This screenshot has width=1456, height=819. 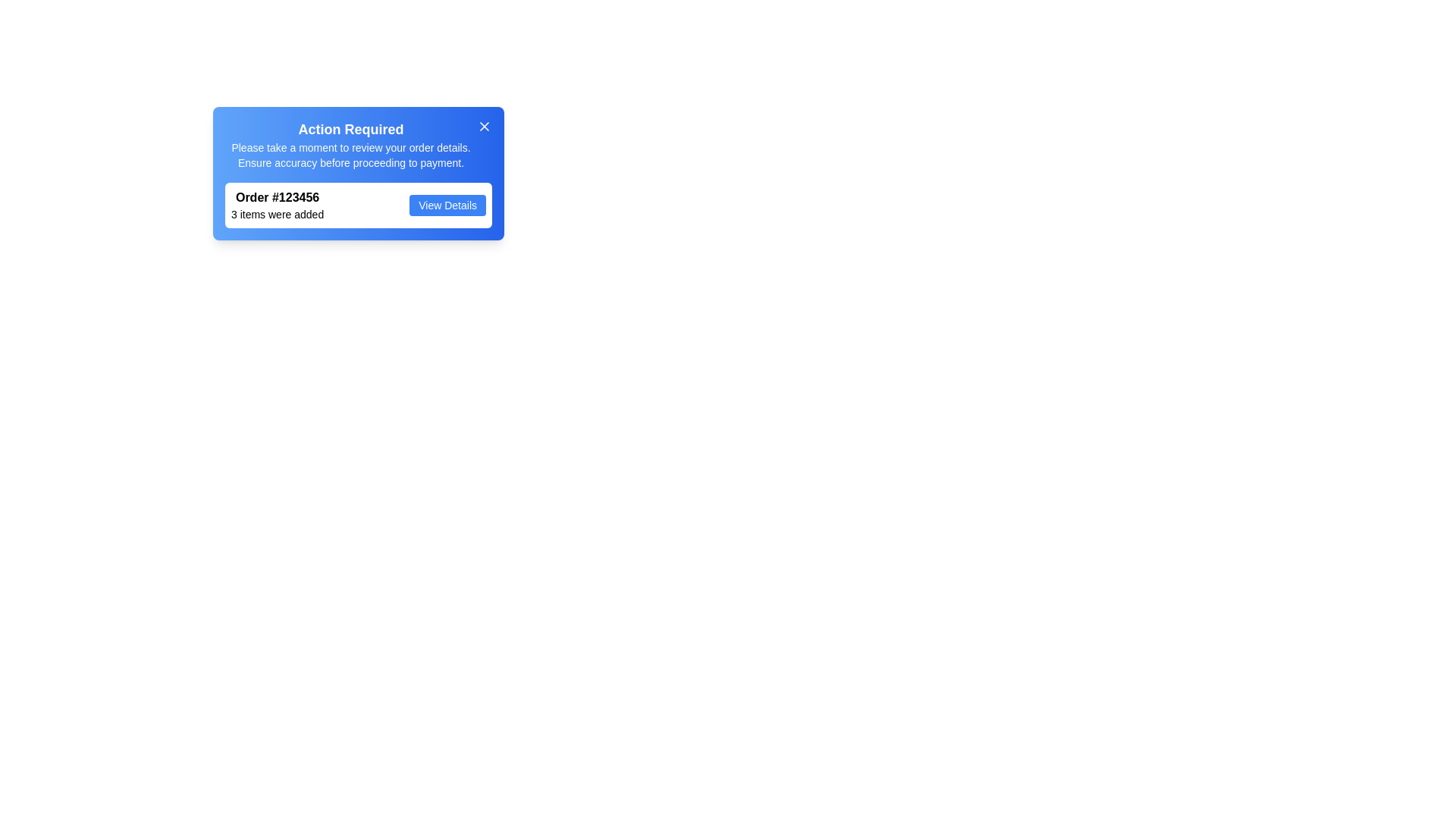 I want to click on the rectangular button with a blue background and white text labeled 'View Details' to trigger a visual state change, so click(x=447, y=205).